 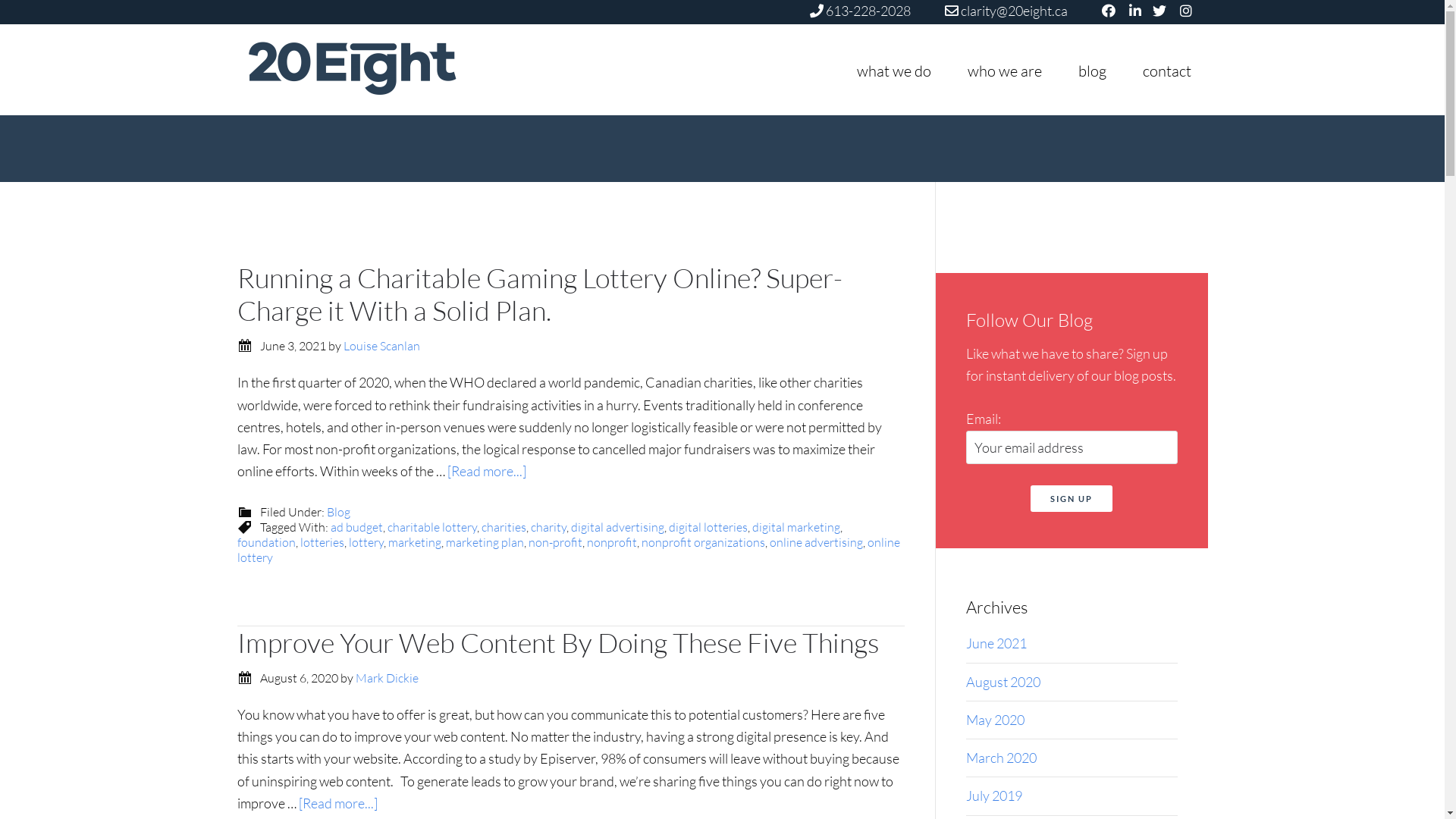 What do you see at coordinates (1165, 71) in the screenshot?
I see `'contact'` at bounding box center [1165, 71].